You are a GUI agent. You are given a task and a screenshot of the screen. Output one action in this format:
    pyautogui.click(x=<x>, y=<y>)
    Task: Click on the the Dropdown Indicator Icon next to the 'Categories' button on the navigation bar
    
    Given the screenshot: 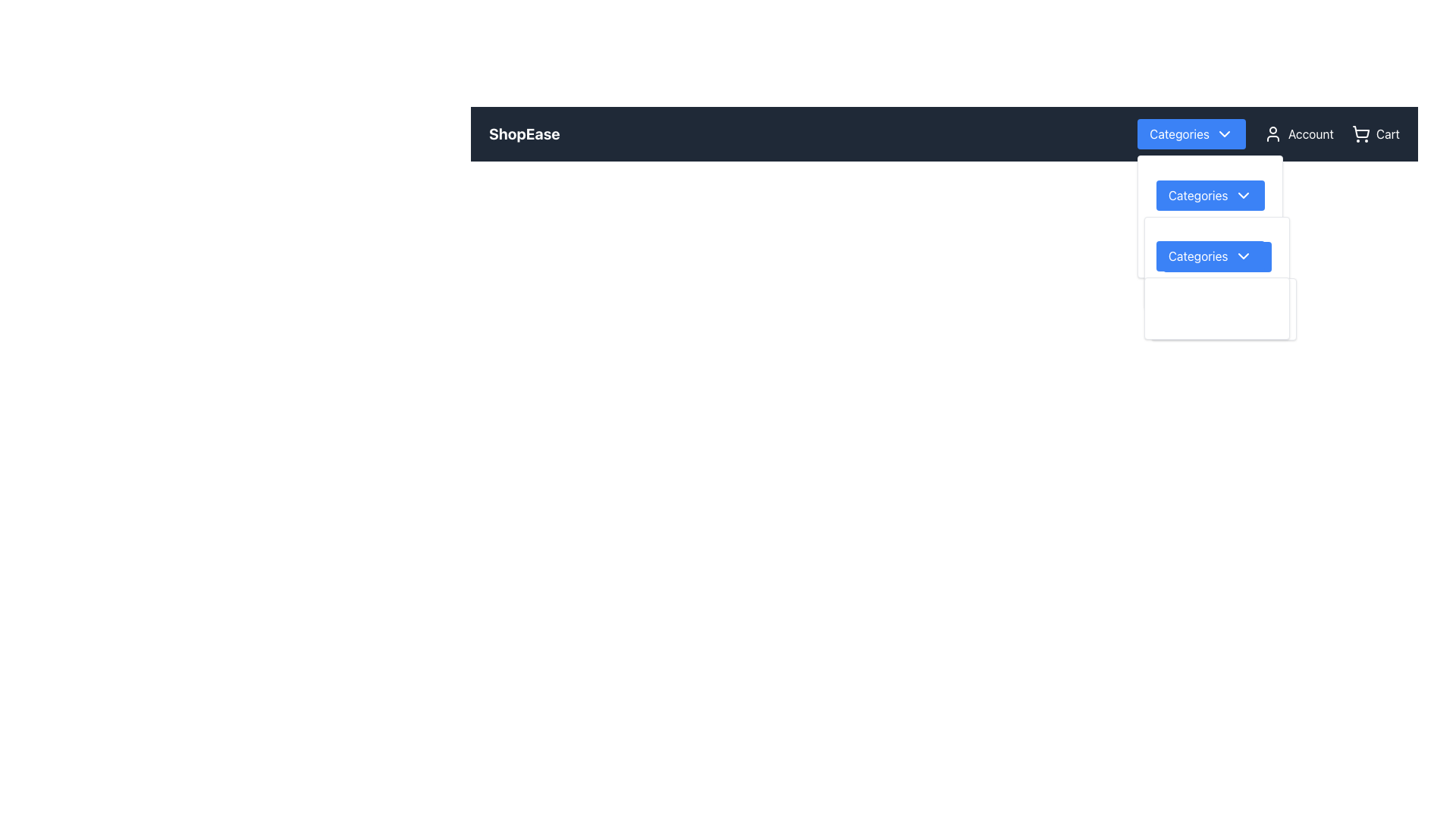 What is the action you would take?
    pyautogui.click(x=1224, y=133)
    